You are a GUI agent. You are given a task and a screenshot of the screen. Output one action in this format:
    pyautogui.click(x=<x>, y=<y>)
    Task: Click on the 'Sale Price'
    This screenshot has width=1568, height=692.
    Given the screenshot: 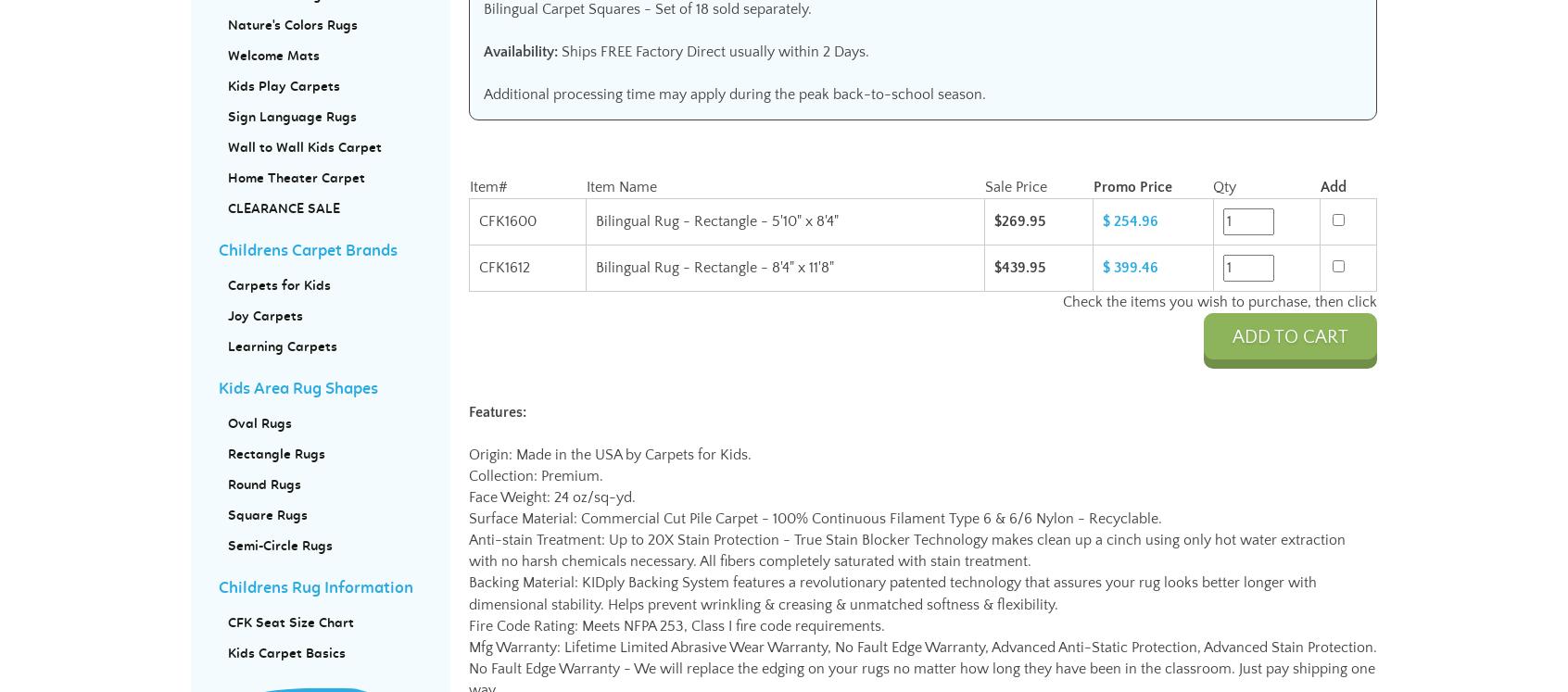 What is the action you would take?
    pyautogui.click(x=984, y=186)
    